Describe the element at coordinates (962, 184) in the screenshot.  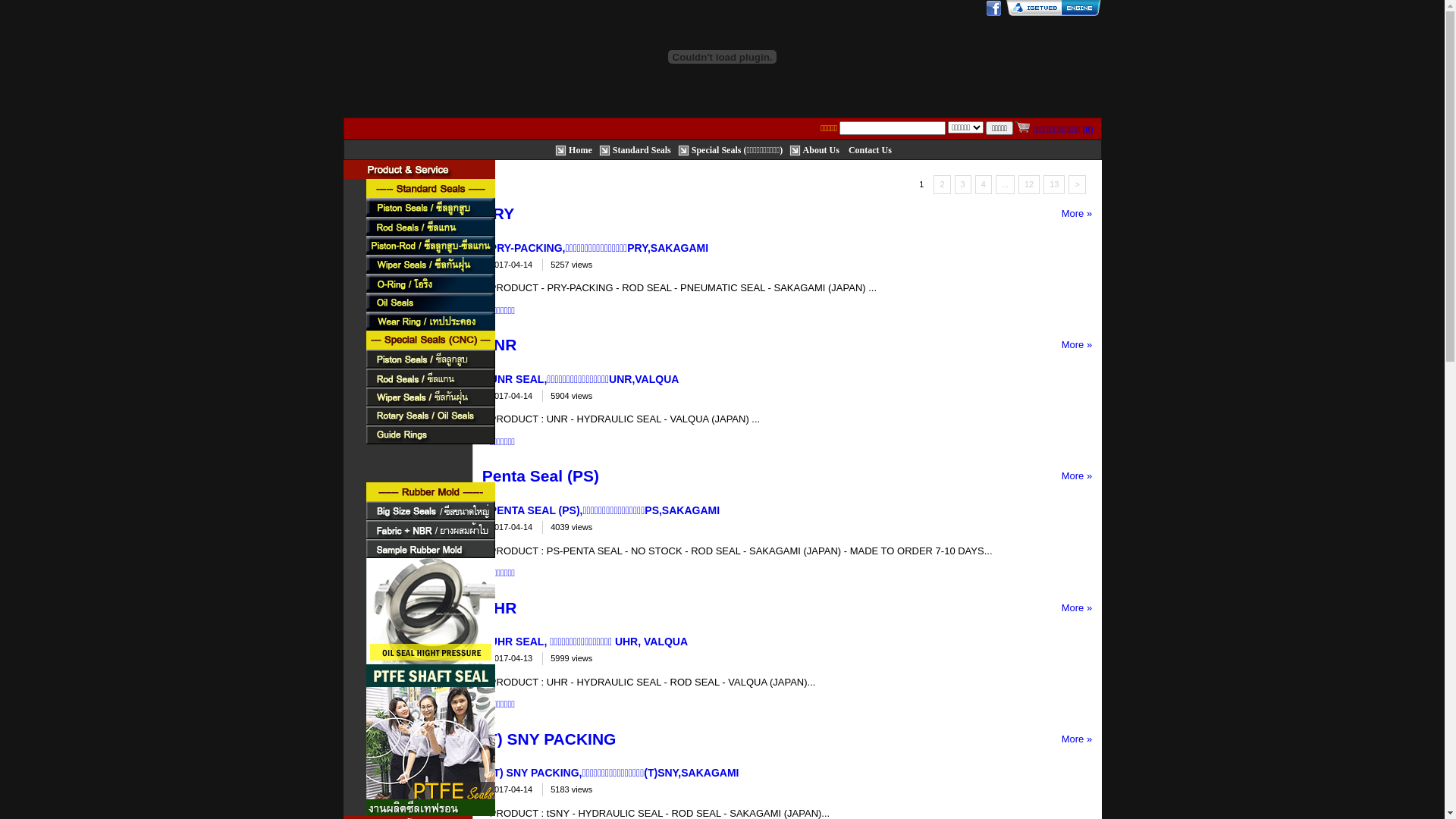
I see `'3'` at that location.